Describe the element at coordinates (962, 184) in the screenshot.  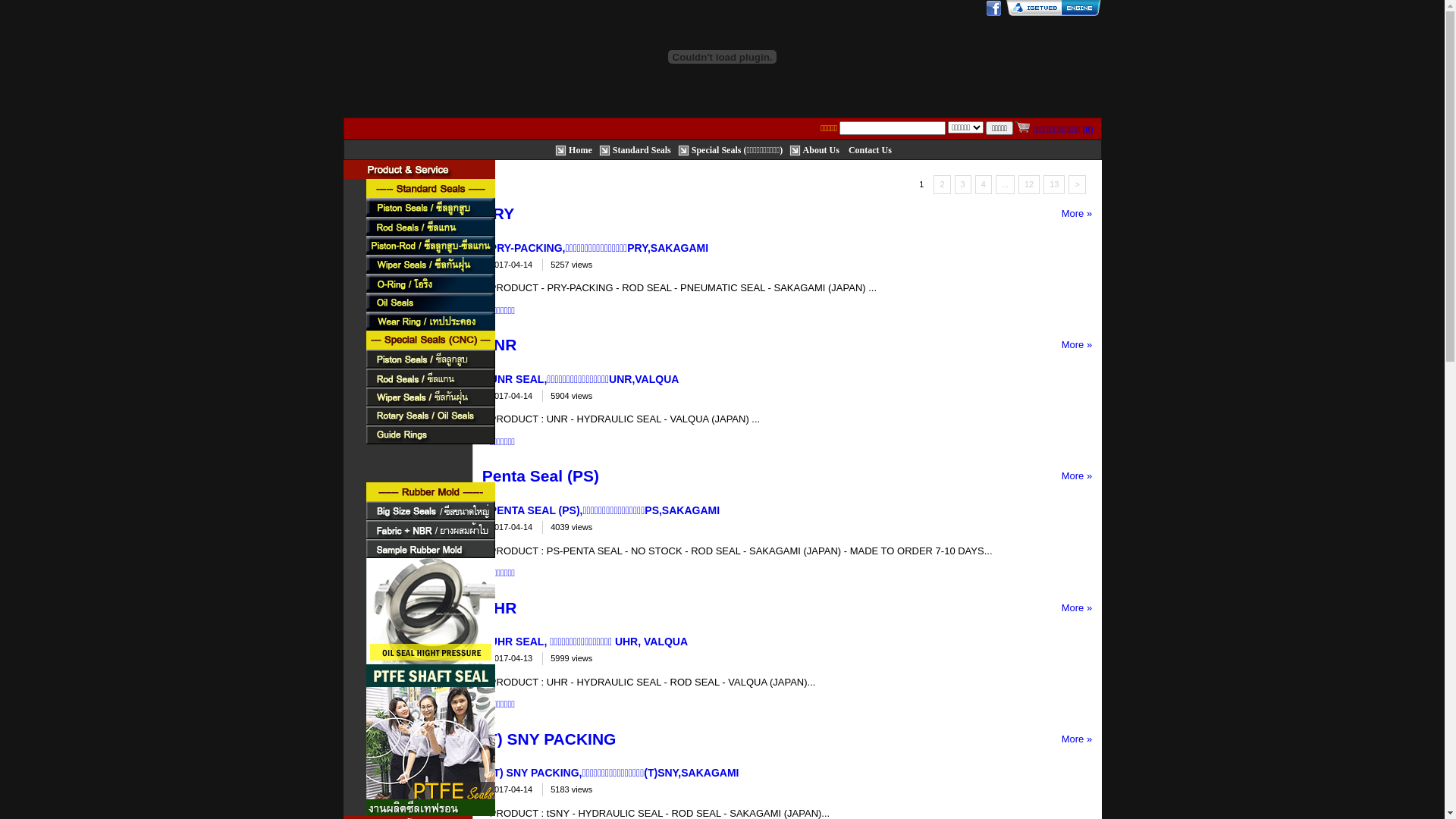
I see `'3'` at that location.